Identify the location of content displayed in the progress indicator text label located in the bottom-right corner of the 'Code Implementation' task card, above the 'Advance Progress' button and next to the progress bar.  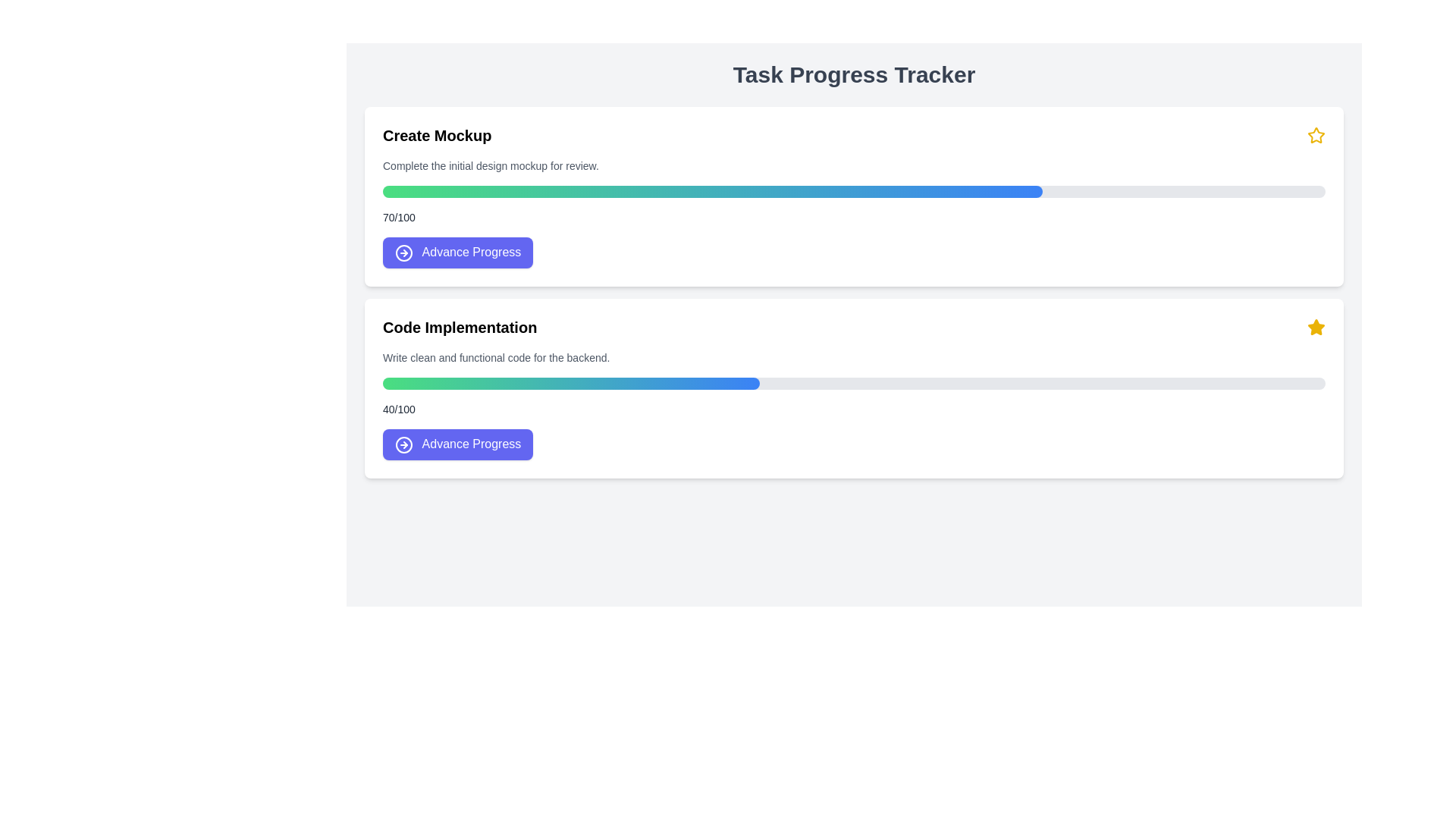
(399, 408).